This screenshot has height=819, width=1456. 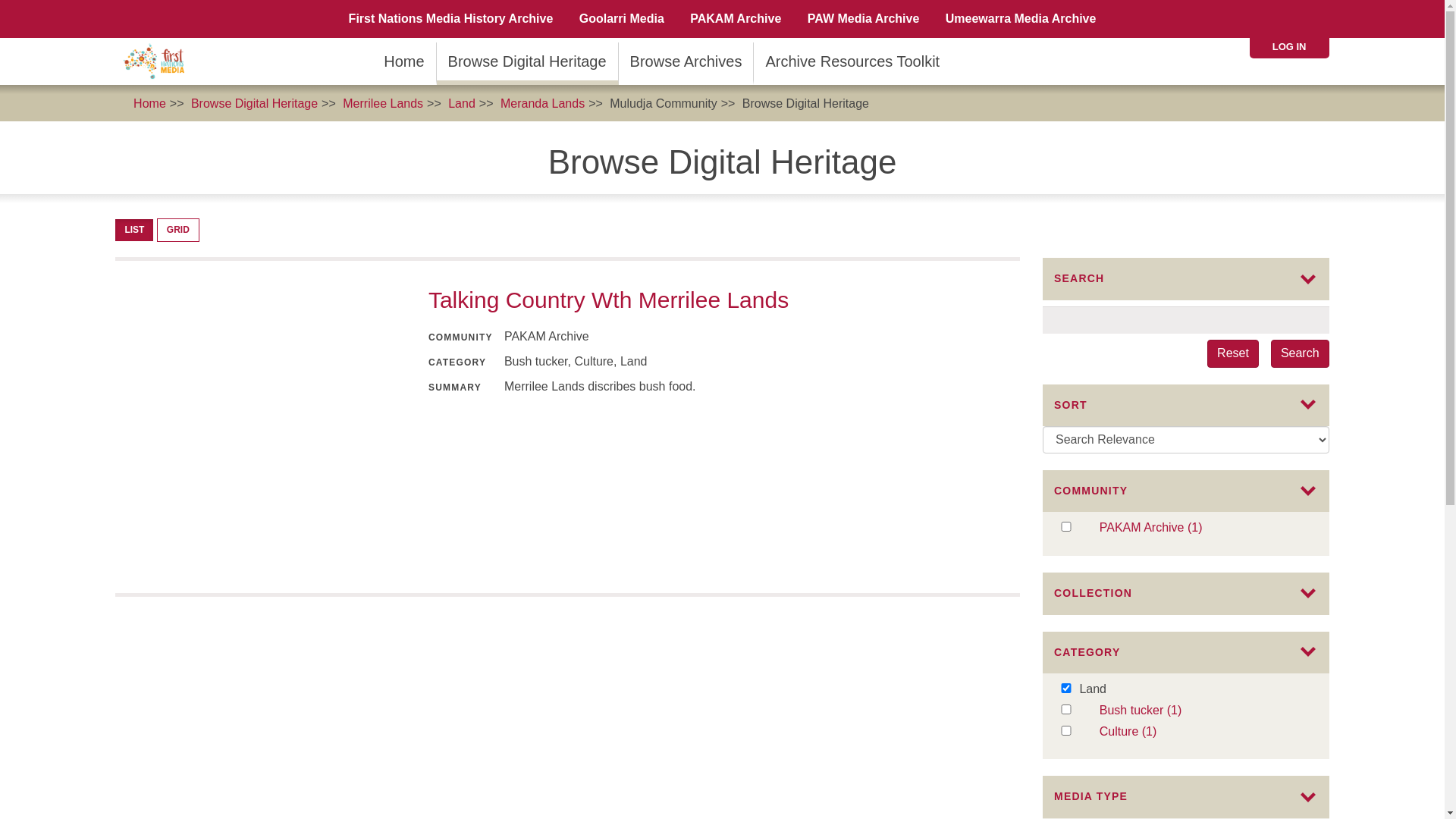 I want to click on 'Goolarri Media', so click(x=622, y=18).